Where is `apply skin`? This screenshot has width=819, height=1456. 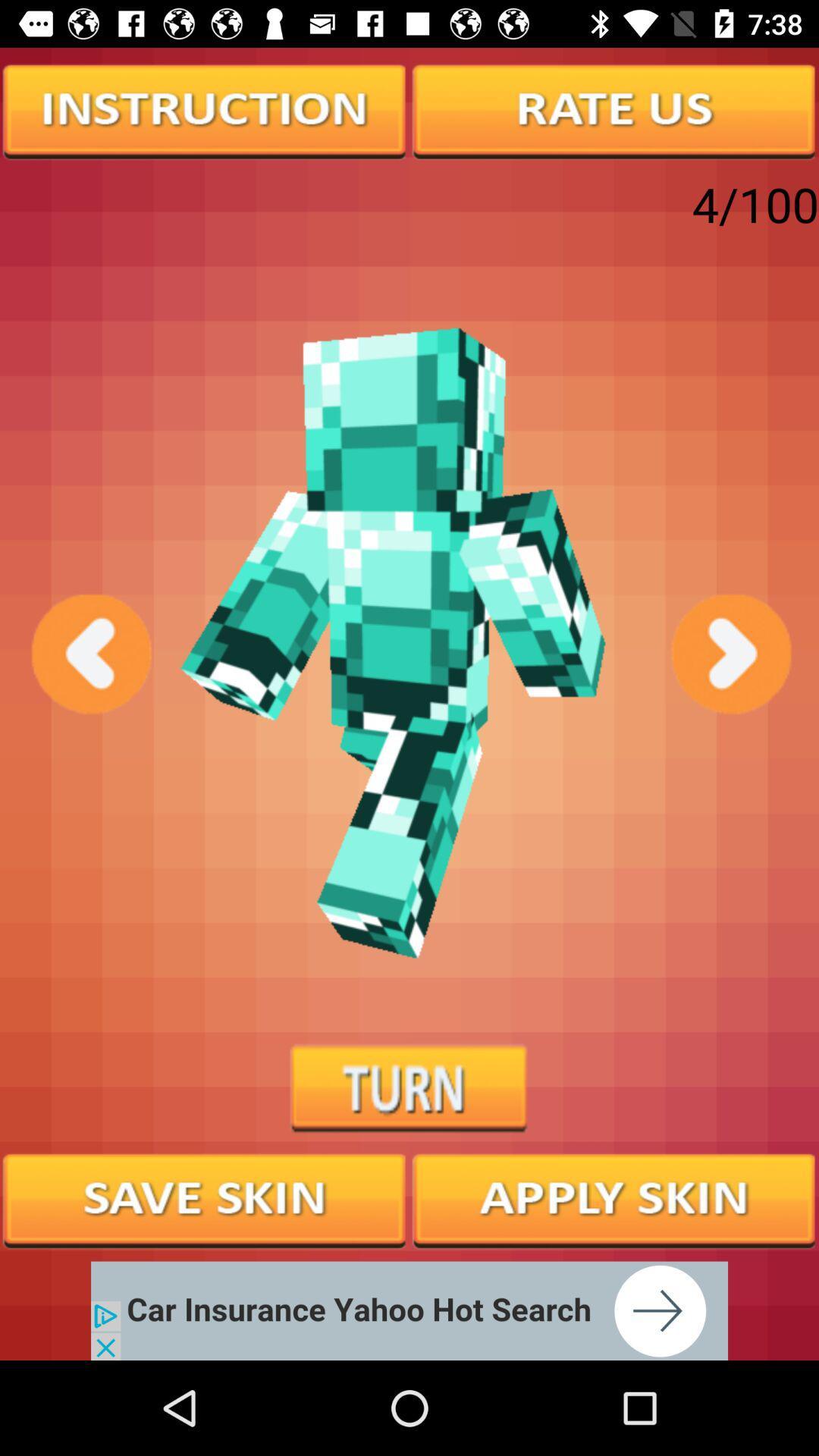
apply skin is located at coordinates (614, 1198).